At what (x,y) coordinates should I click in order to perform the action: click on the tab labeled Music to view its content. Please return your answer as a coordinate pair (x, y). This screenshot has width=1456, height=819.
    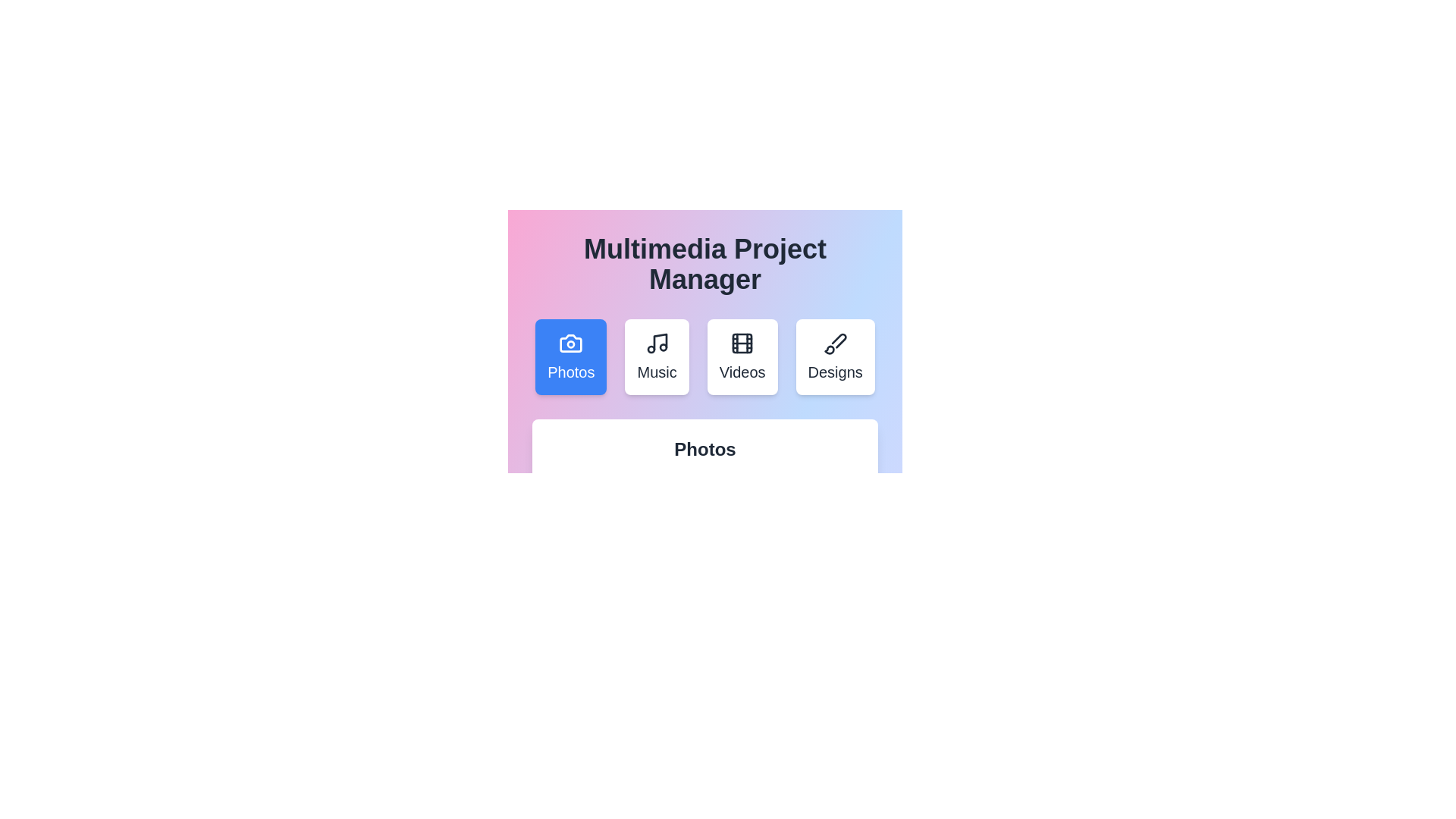
    Looking at the image, I should click on (657, 356).